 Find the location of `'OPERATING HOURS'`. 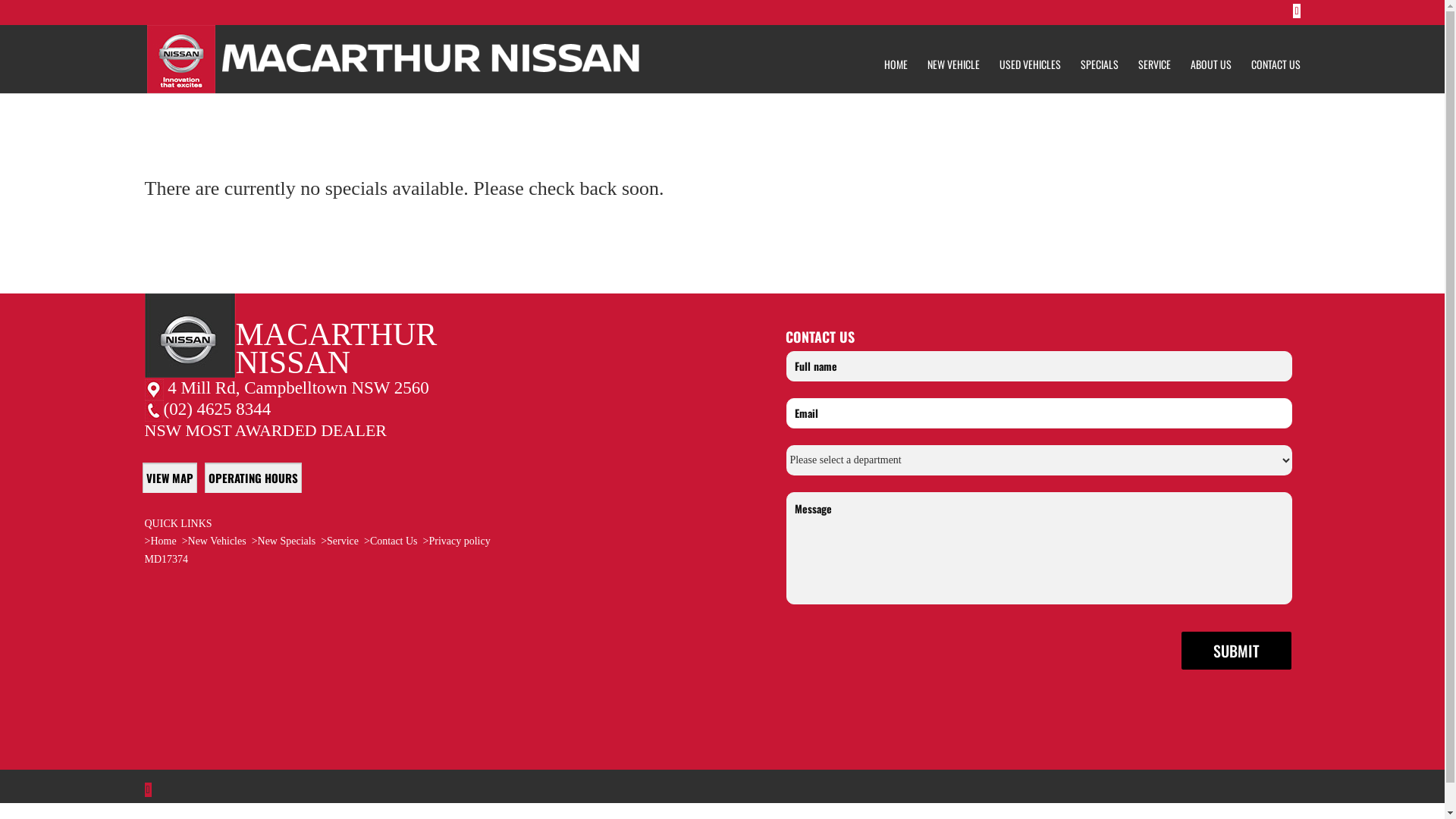

'OPERATING HOURS' is located at coordinates (203, 476).